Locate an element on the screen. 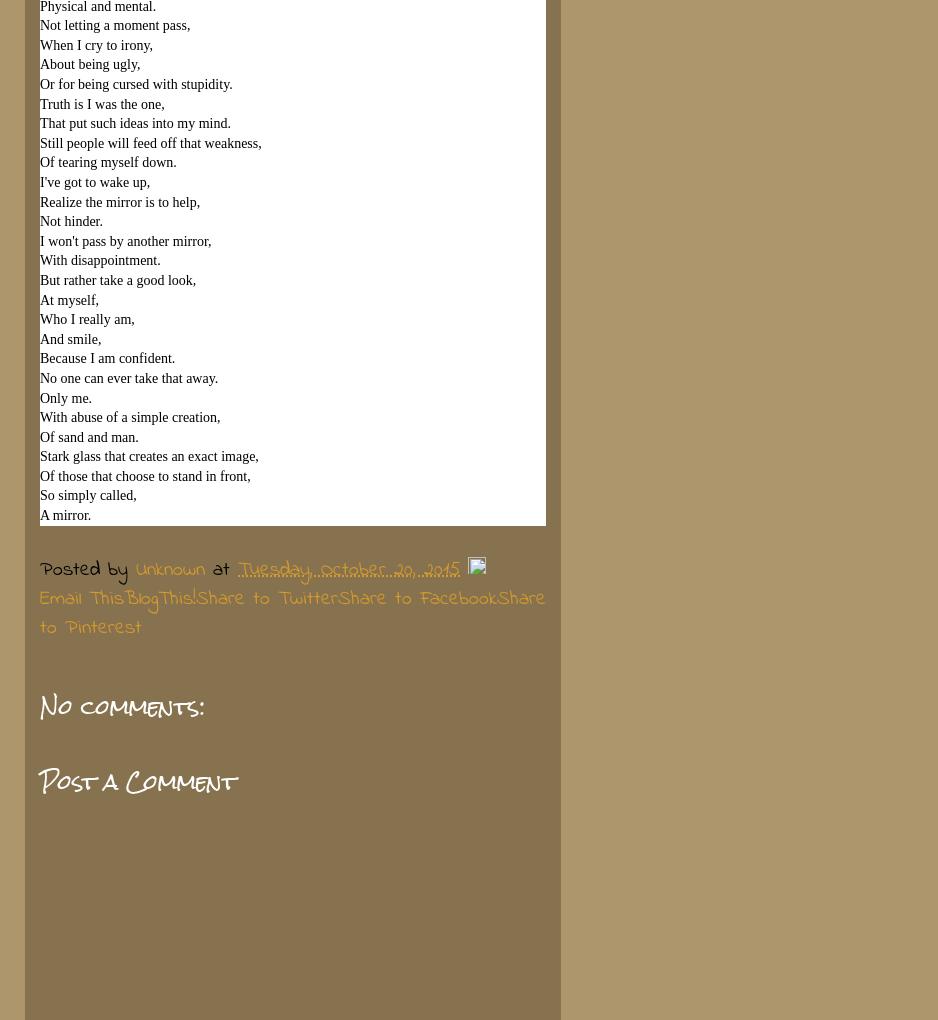  'Tuesday, October 20, 2015' is located at coordinates (349, 569).